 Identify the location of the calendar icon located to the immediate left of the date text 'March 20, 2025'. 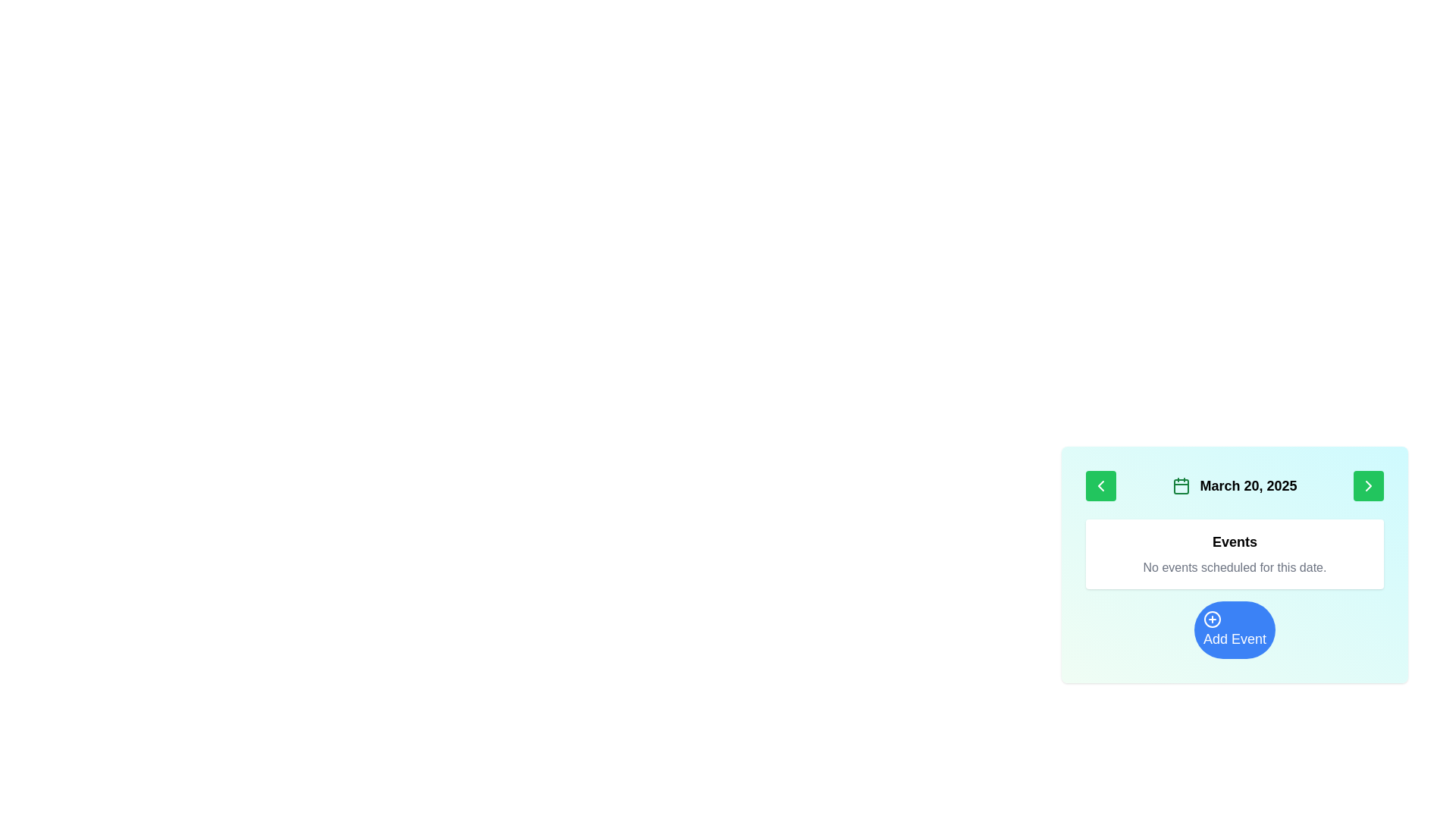
(1181, 485).